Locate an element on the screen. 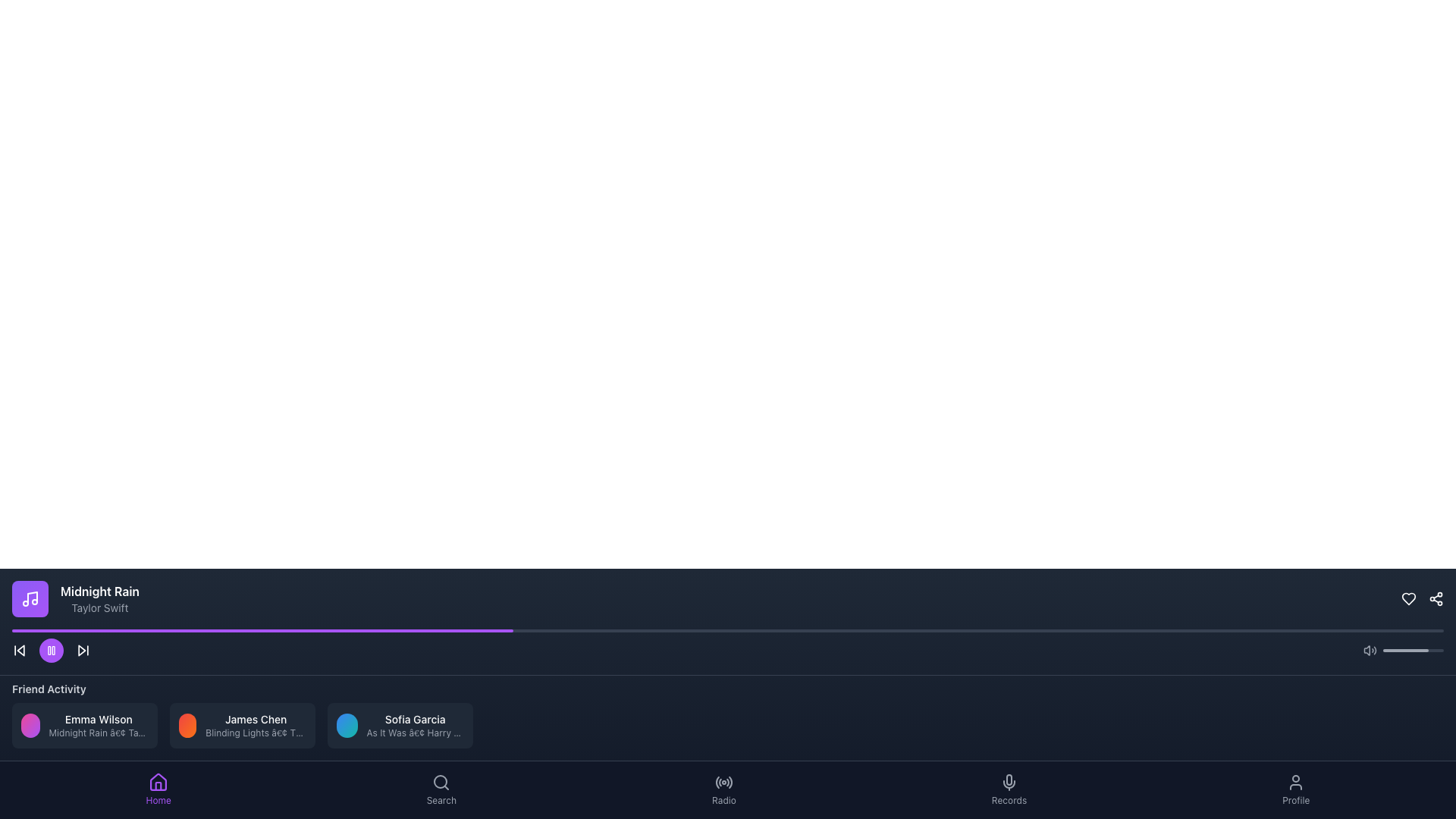 This screenshot has width=1456, height=819. the gray human figure icon located in the bottom-right corner of the interface, part of the 'Profile' navigation option is located at coordinates (1295, 783).